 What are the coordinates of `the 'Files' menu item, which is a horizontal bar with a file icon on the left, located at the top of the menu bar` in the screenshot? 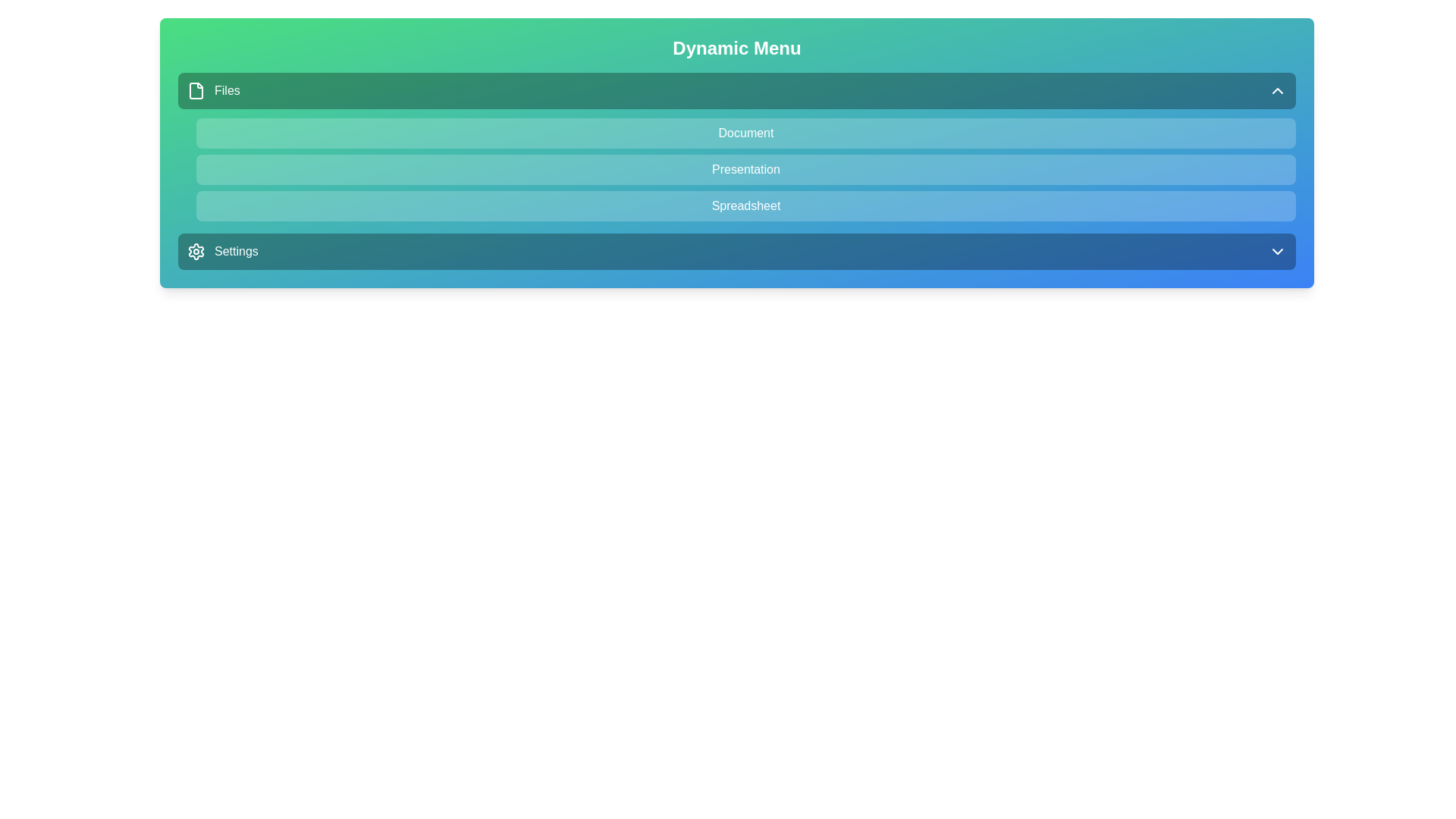 It's located at (212, 90).